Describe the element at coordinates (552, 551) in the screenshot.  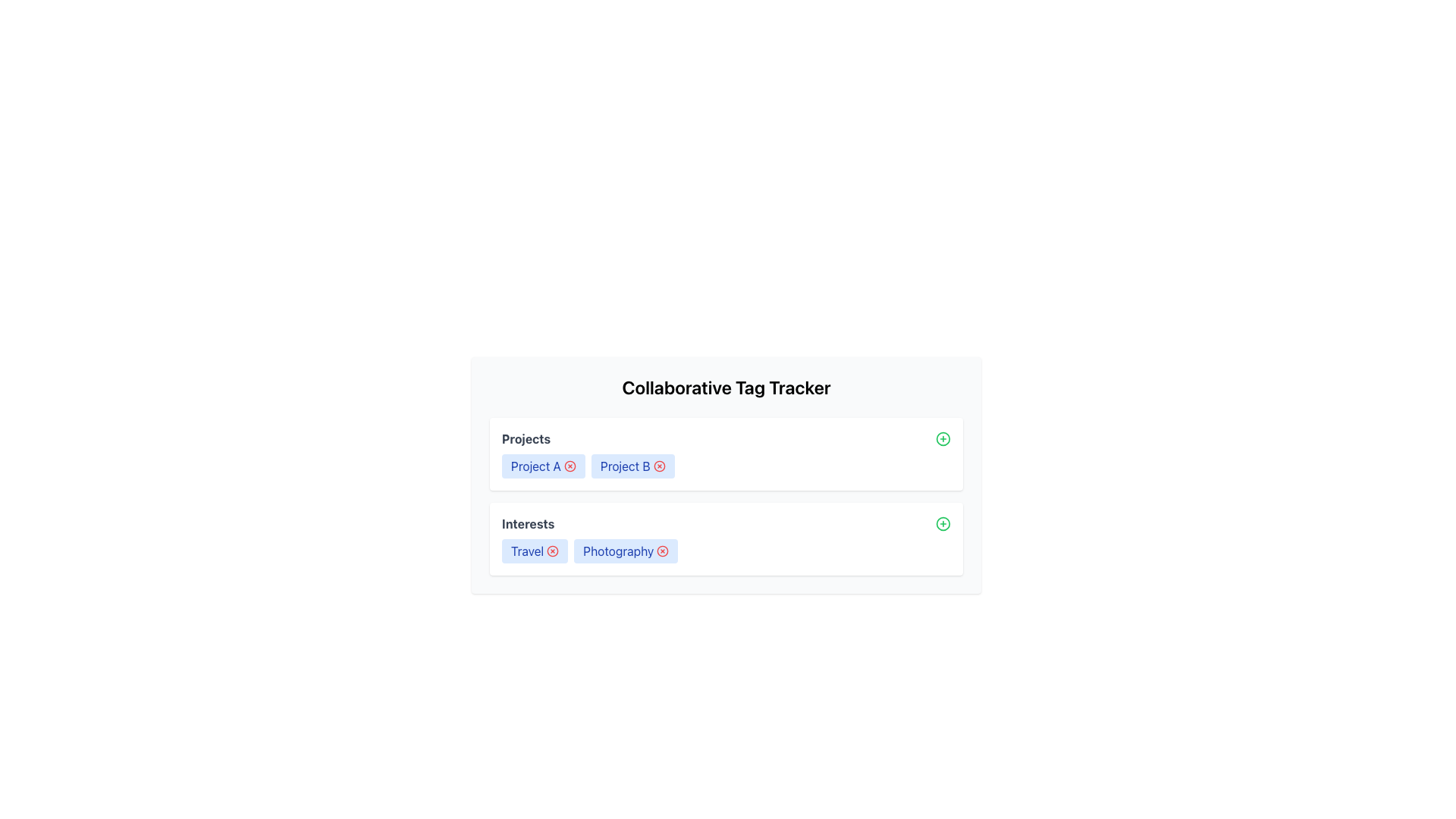
I see `the close button for the 'Travel' tag in the 'Interests' section` at that location.